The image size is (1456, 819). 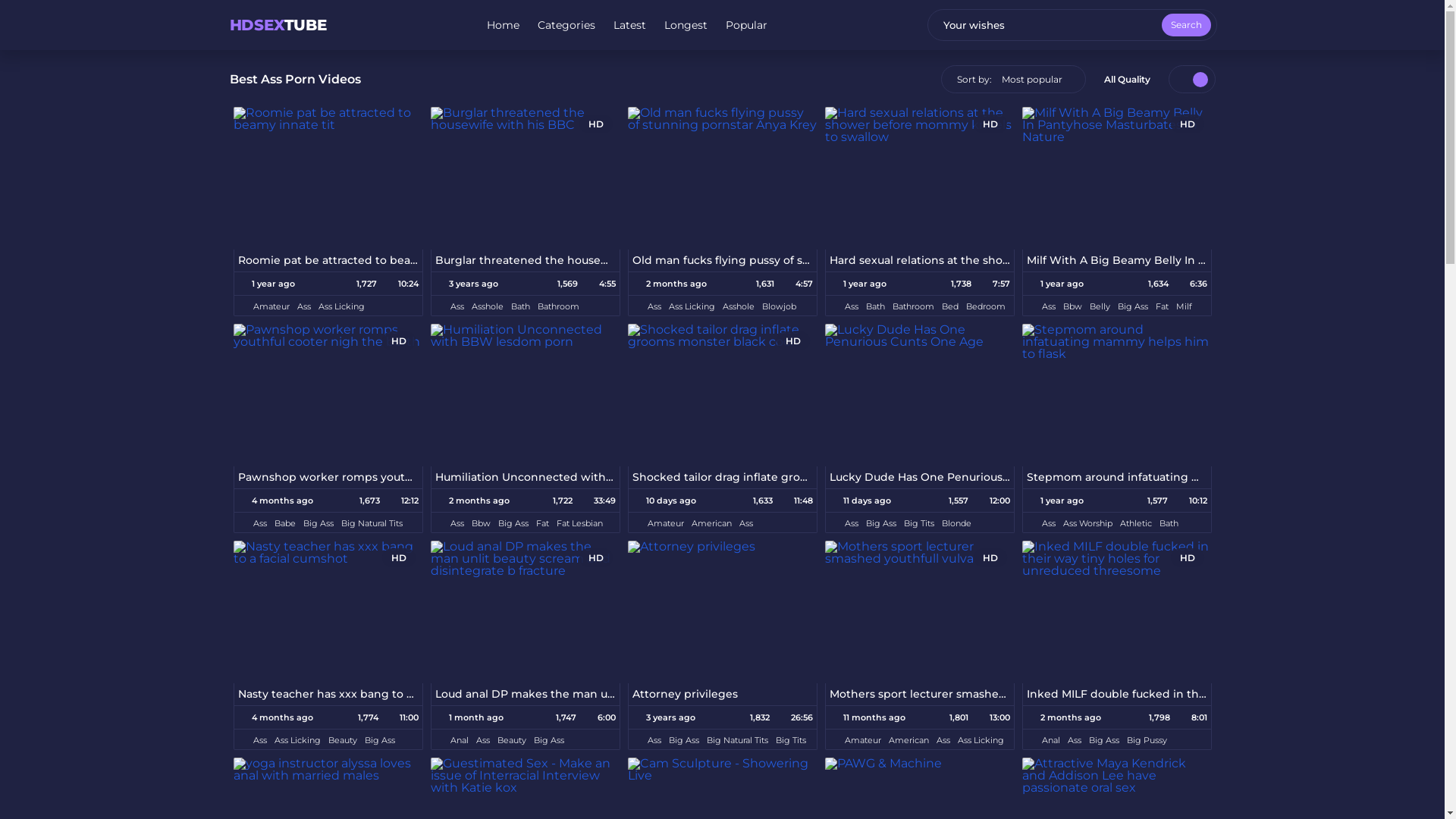 I want to click on 'Search', so click(x=1160, y=25).